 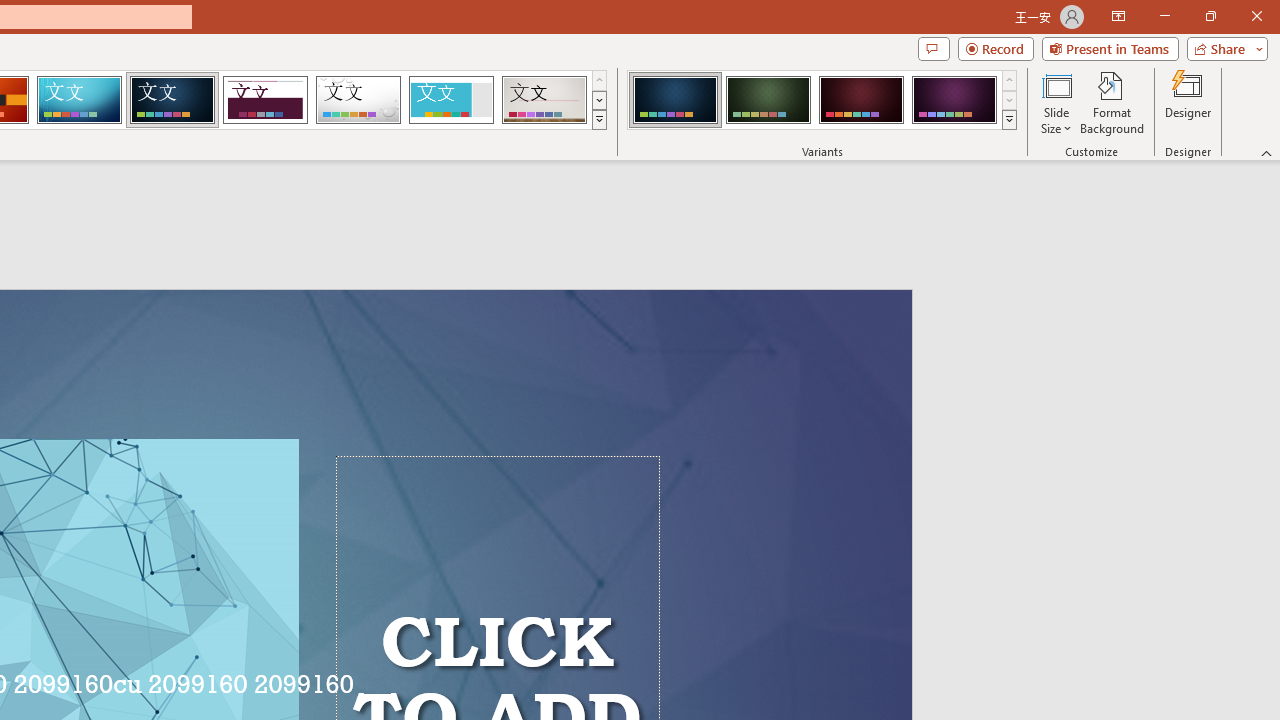 I want to click on 'Circuit', so click(x=79, y=100).